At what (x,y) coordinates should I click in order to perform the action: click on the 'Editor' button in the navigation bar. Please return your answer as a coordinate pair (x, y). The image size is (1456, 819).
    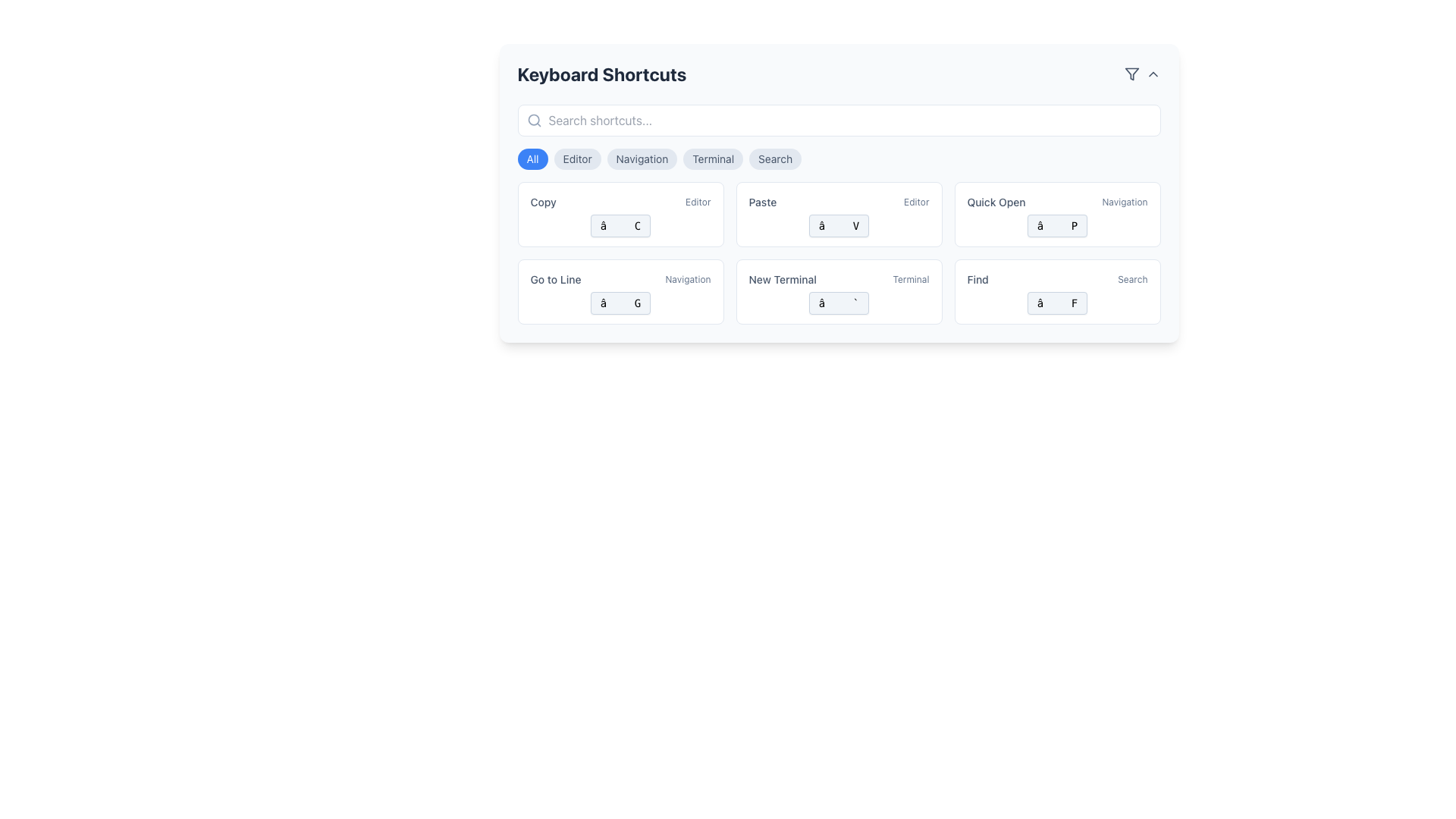
    Looking at the image, I should click on (838, 158).